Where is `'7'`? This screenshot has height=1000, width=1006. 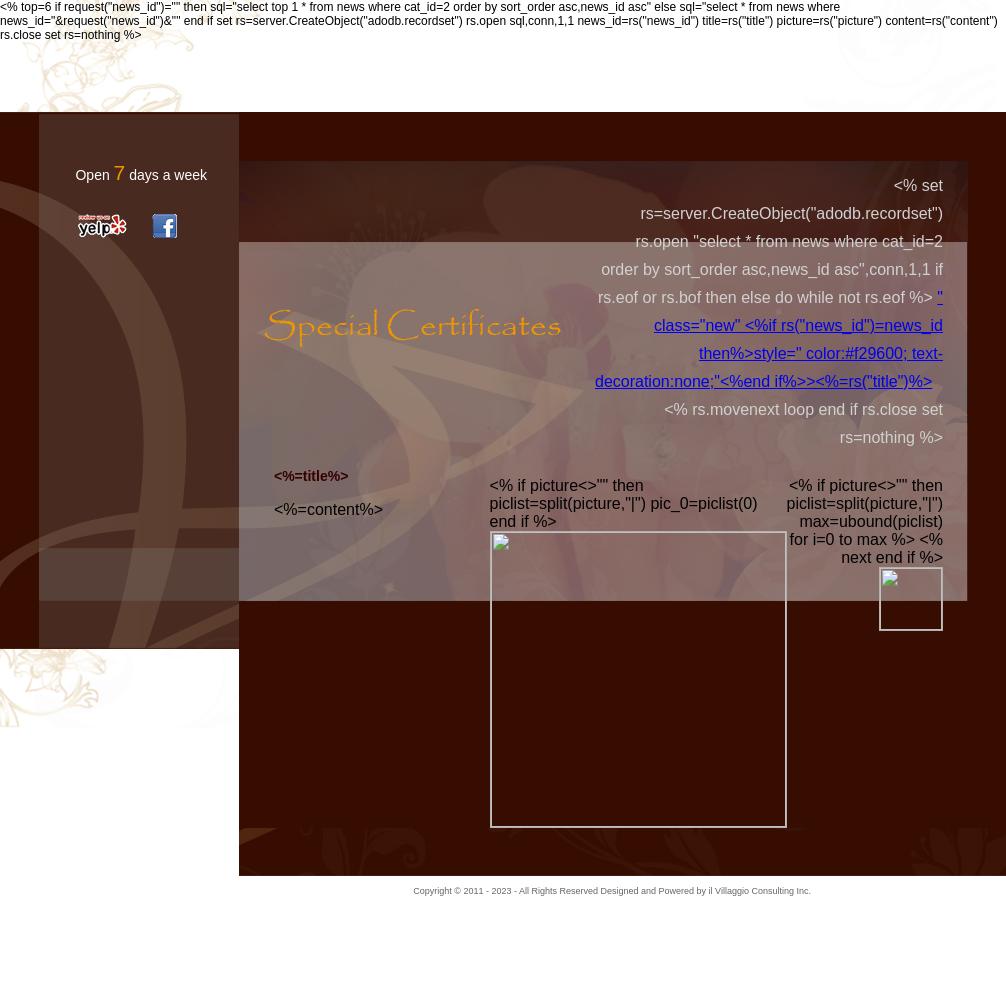
'7' is located at coordinates (119, 172).